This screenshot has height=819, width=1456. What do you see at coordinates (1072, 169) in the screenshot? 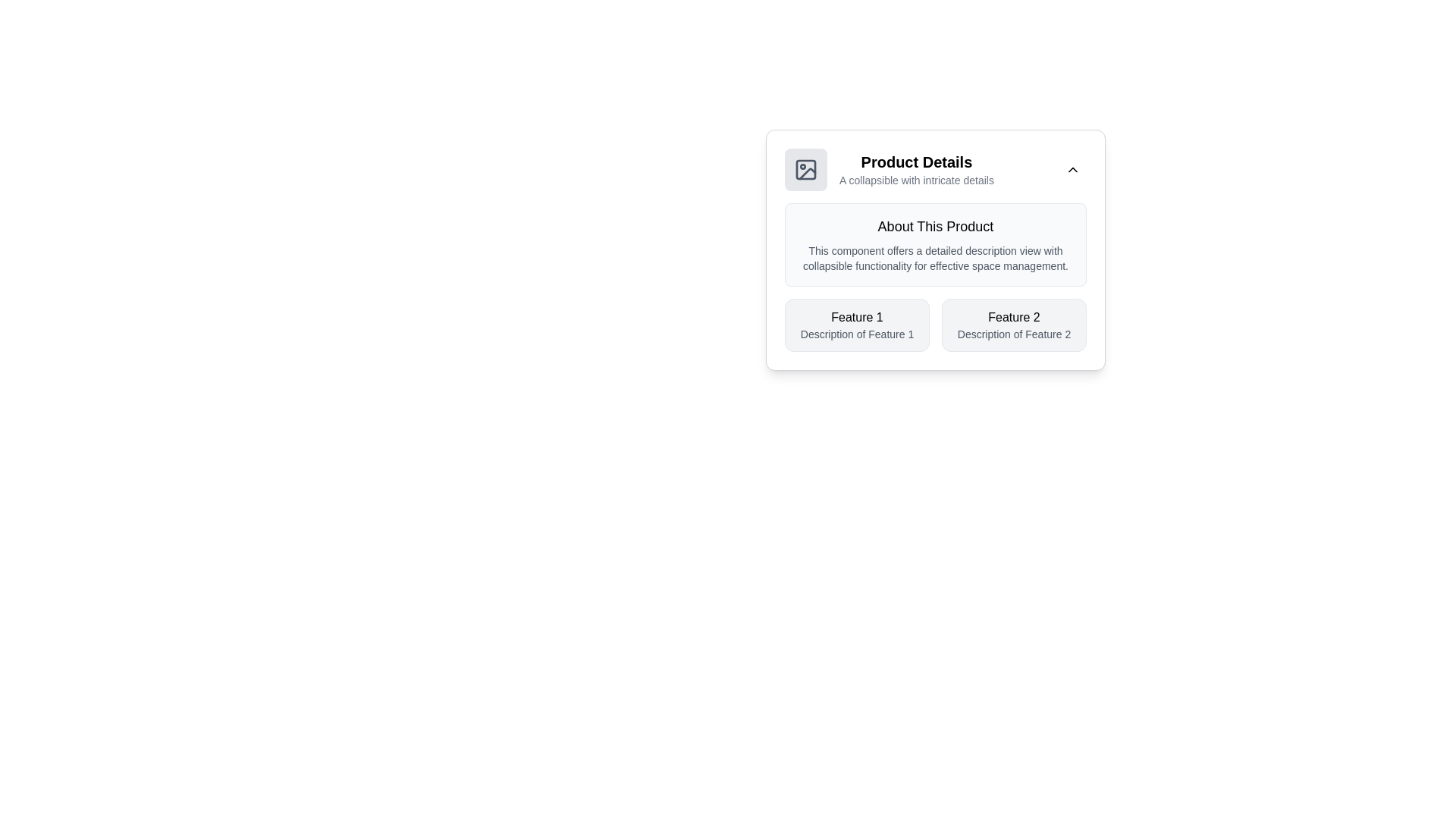
I see `the collapsible toggle button with an upside-down chevron icon located to the right of the 'Product Details' header` at bounding box center [1072, 169].